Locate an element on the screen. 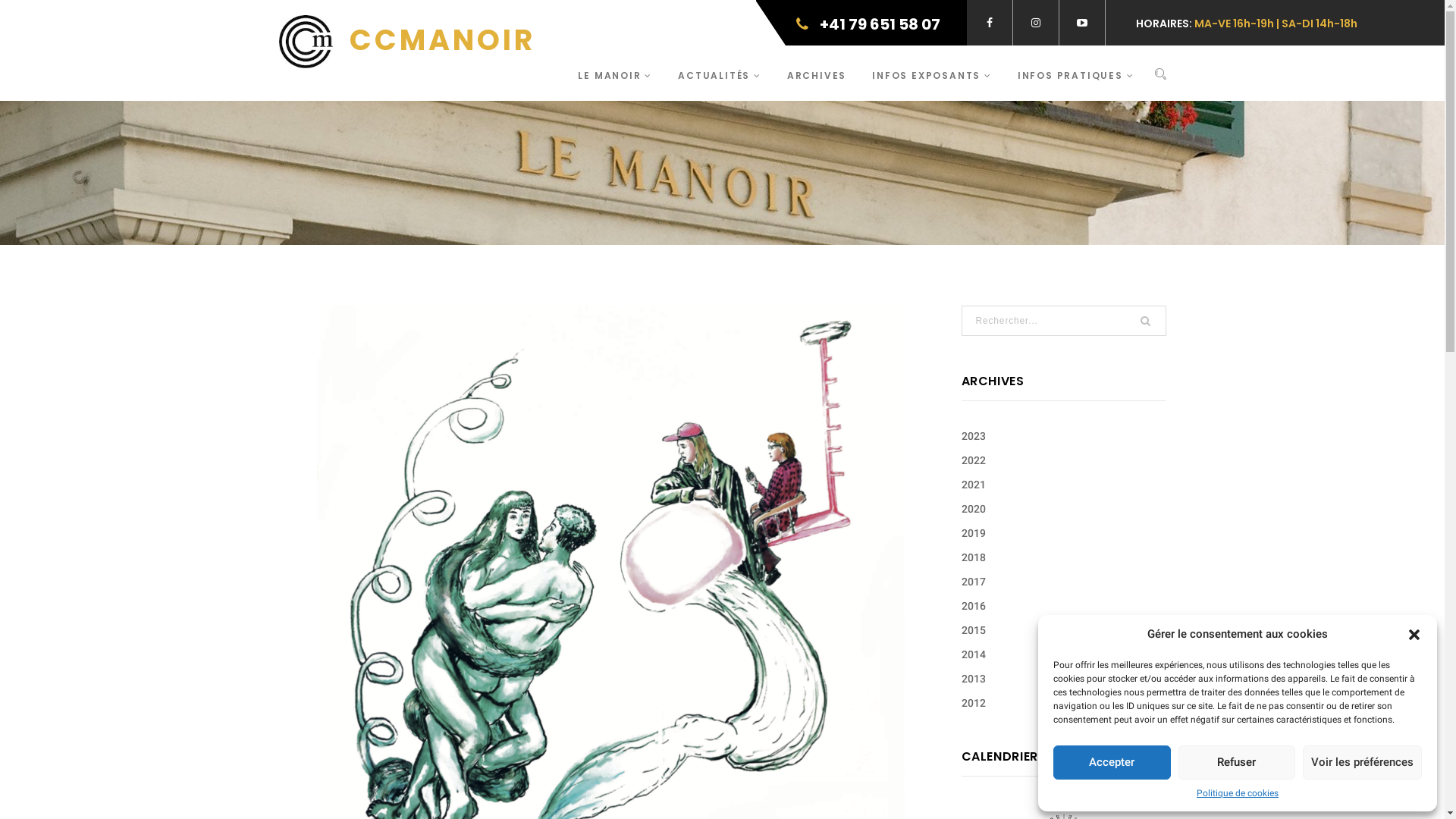 The width and height of the screenshot is (1456, 819). 'Politique de cookies' is located at coordinates (1196, 792).